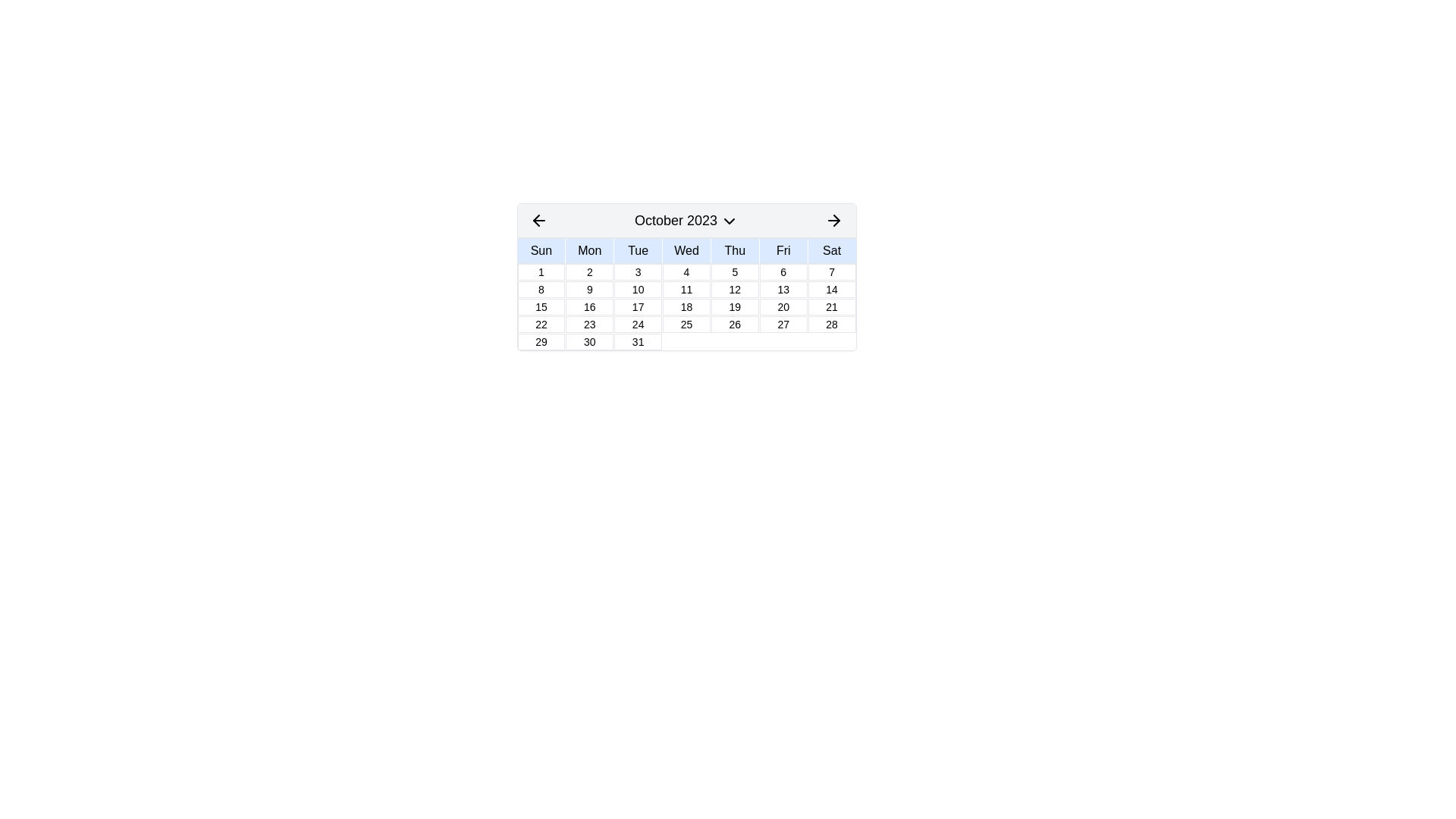 The height and width of the screenshot is (819, 1456). I want to click on the Calendar Day Cell displaying the number '16' located in the fourth row and second column of the calendar, so click(588, 307).